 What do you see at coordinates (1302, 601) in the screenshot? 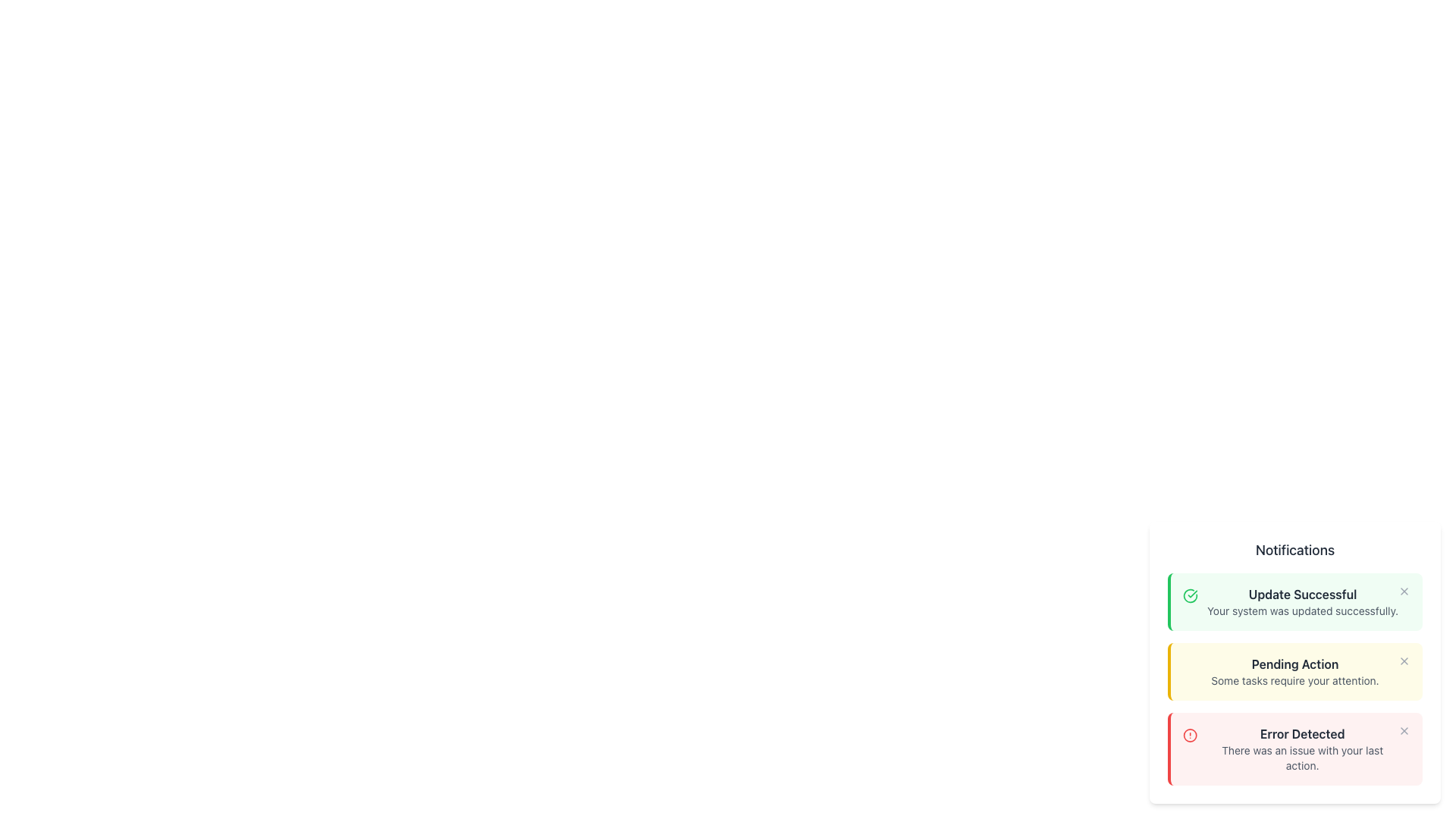
I see `the text block element that displays 'Update Successful' and indicates a successful system update, located at the top right of the interface` at bounding box center [1302, 601].